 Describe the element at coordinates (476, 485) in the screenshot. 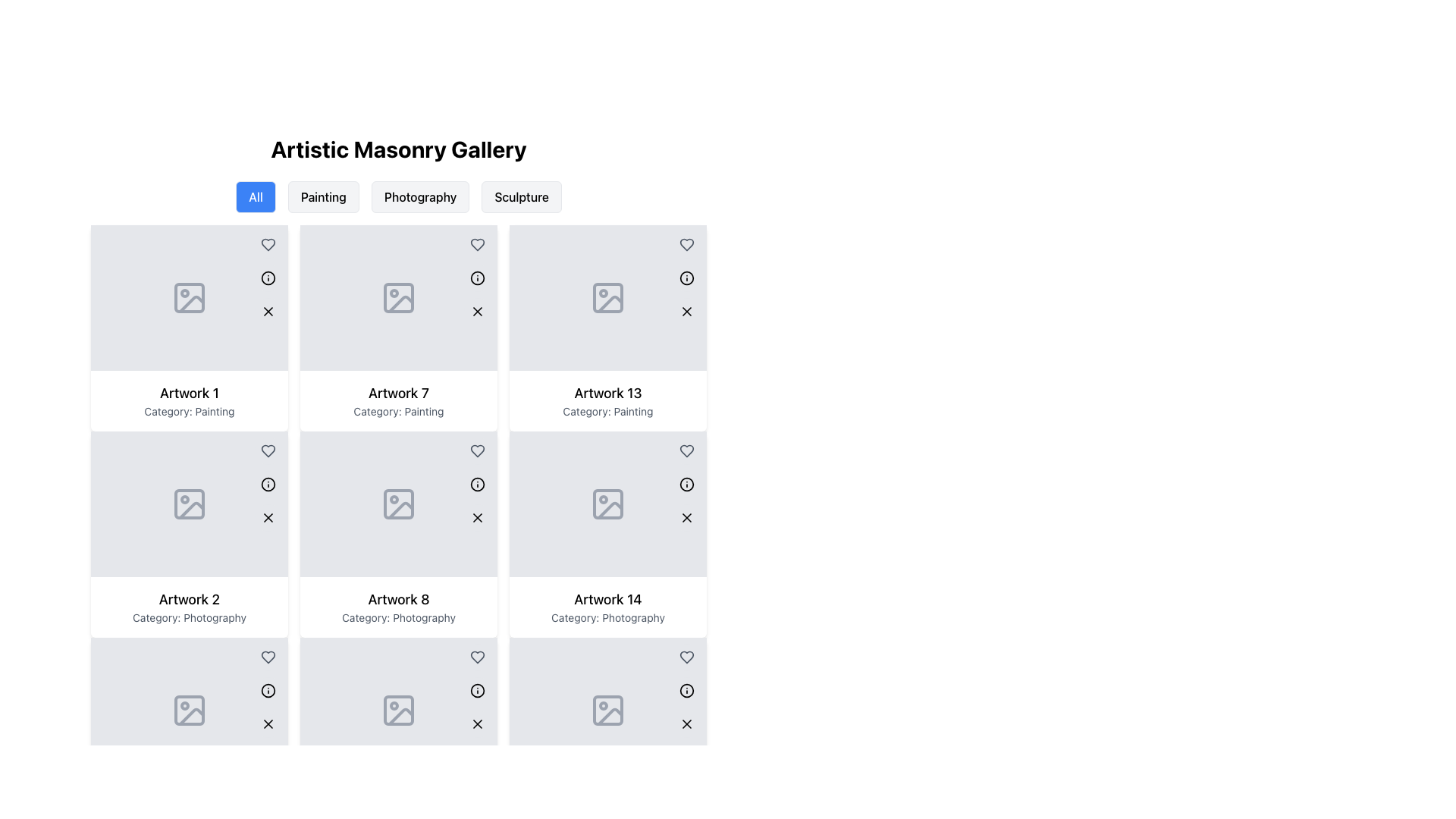

I see `the SVG-based Icon located in the upper right corner of the card for 'Artwork 8 - Category: Photography'` at that location.